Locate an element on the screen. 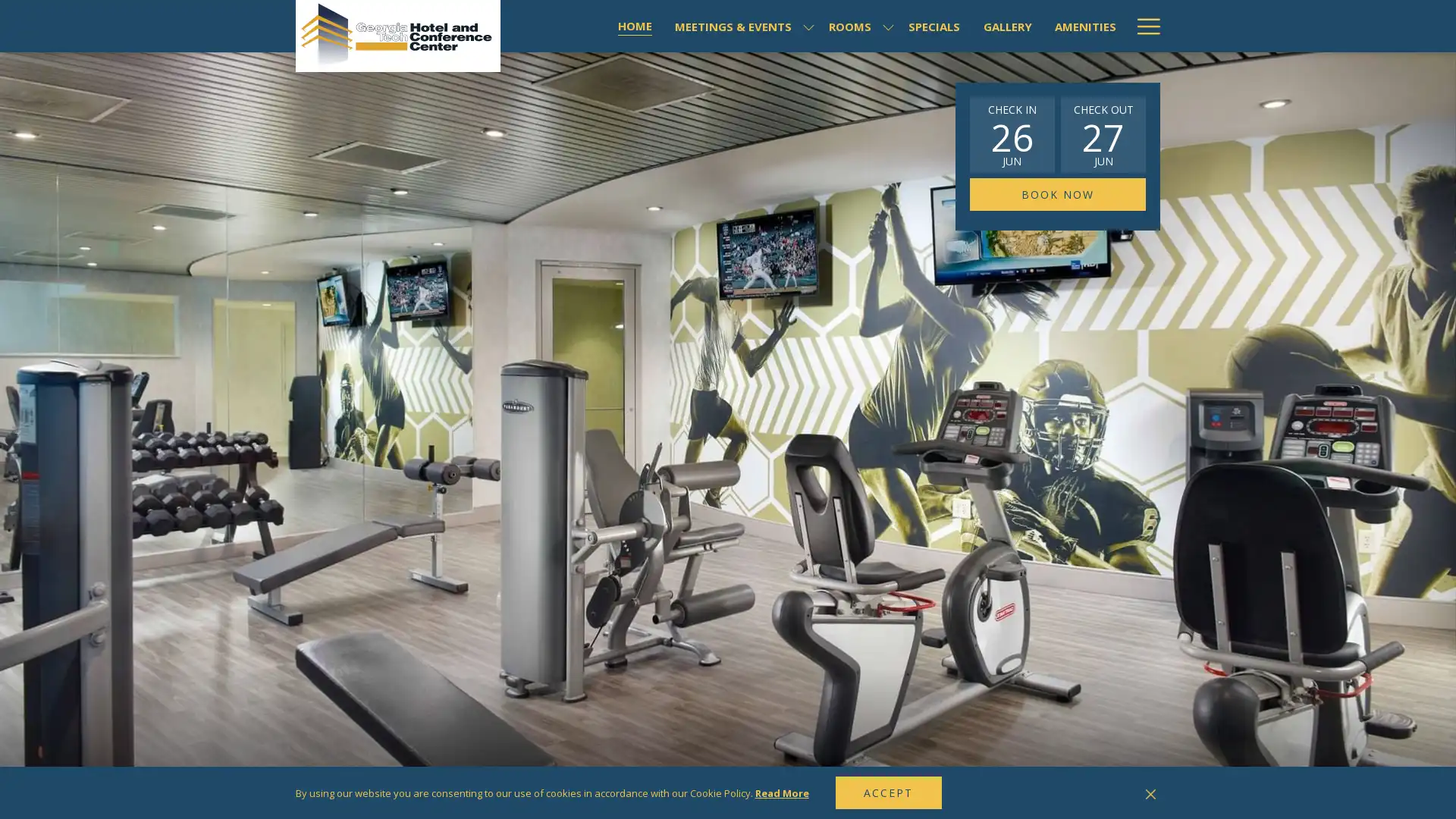 This screenshot has height=819, width=1456. Dismiss cookie policy is located at coordinates (1150, 792).